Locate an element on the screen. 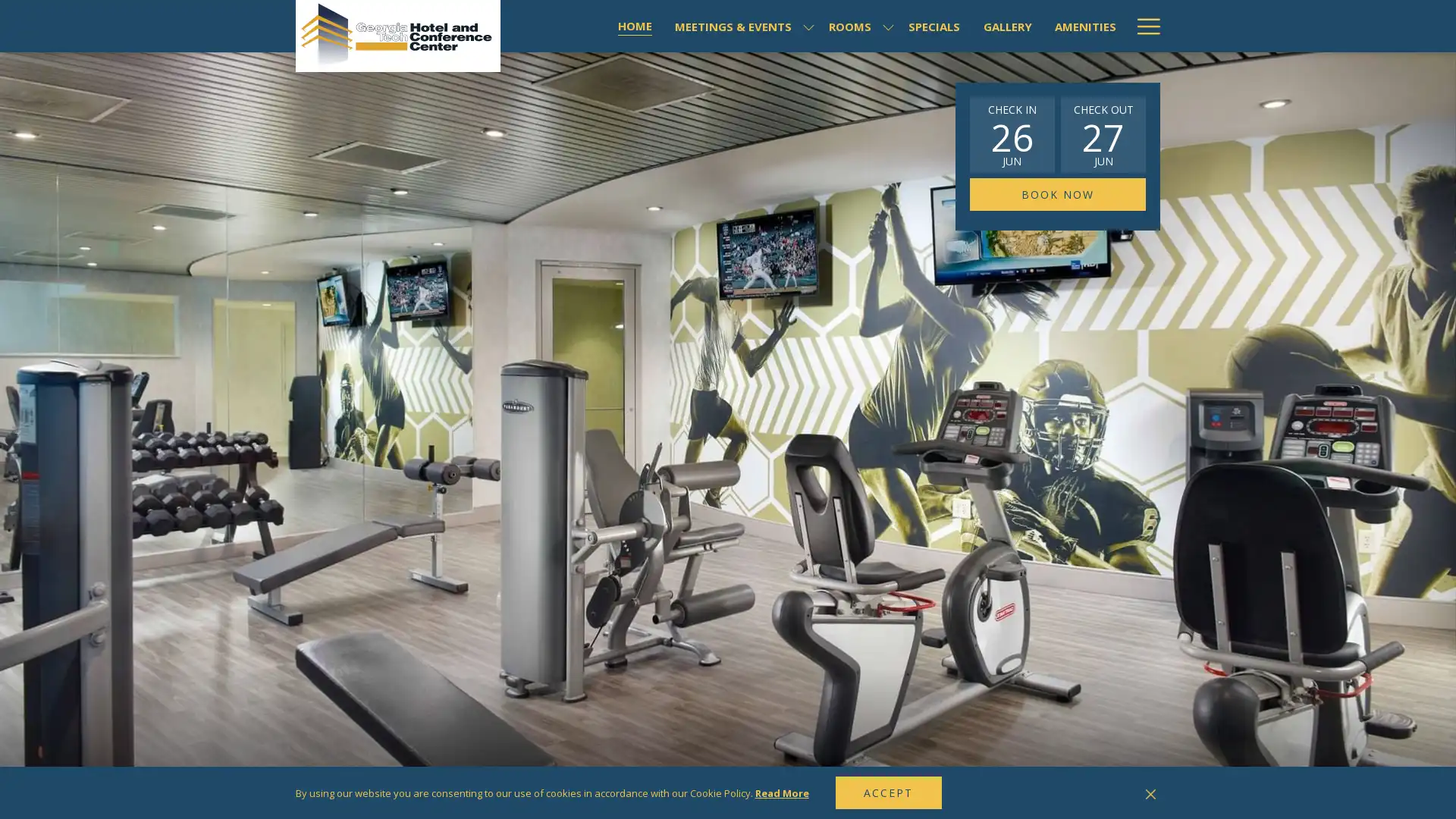 This screenshot has height=819, width=1456. Dismiss cookie policy is located at coordinates (1150, 792).